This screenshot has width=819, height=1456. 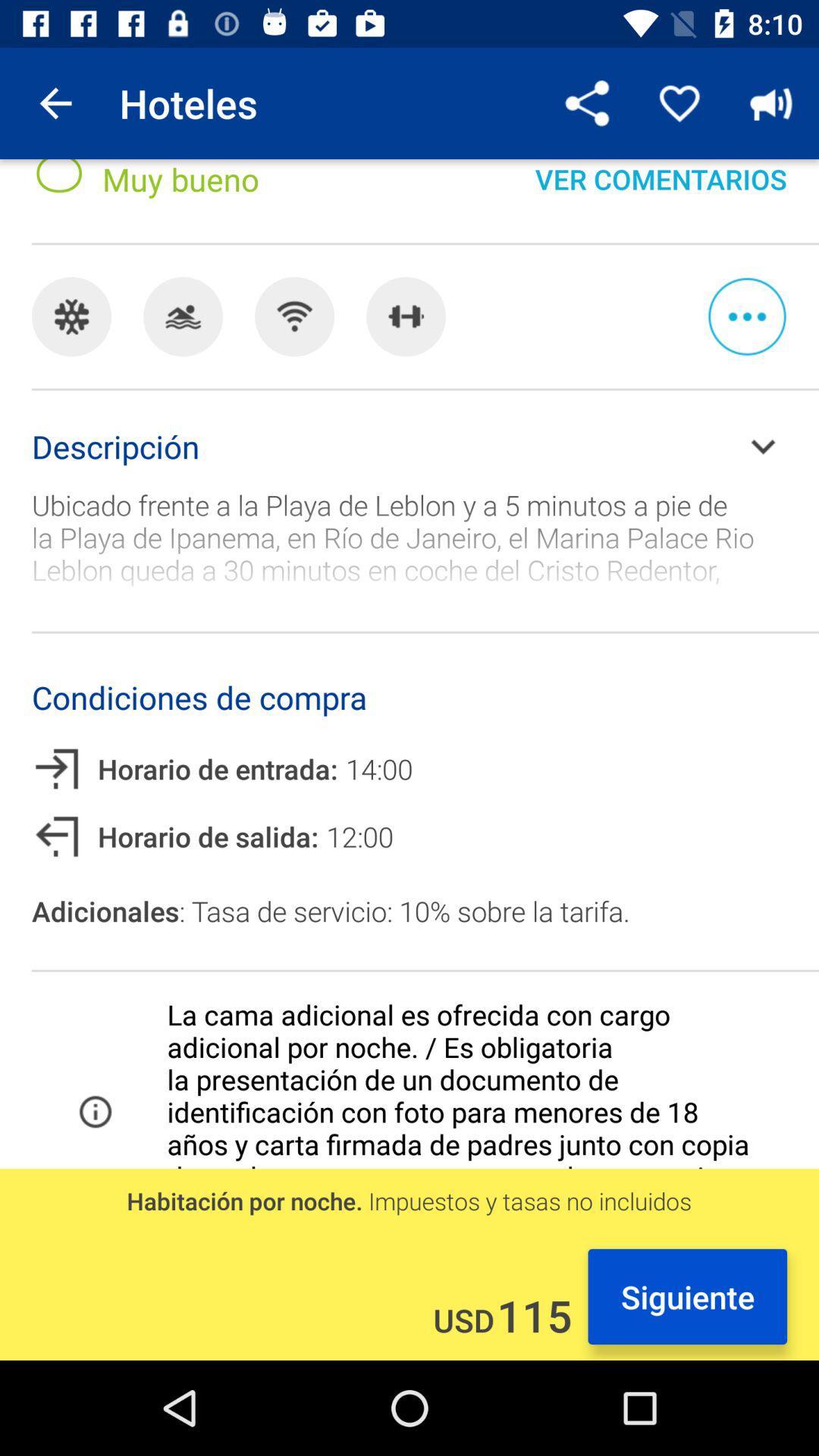 I want to click on the expand_more icon, so click(x=763, y=445).